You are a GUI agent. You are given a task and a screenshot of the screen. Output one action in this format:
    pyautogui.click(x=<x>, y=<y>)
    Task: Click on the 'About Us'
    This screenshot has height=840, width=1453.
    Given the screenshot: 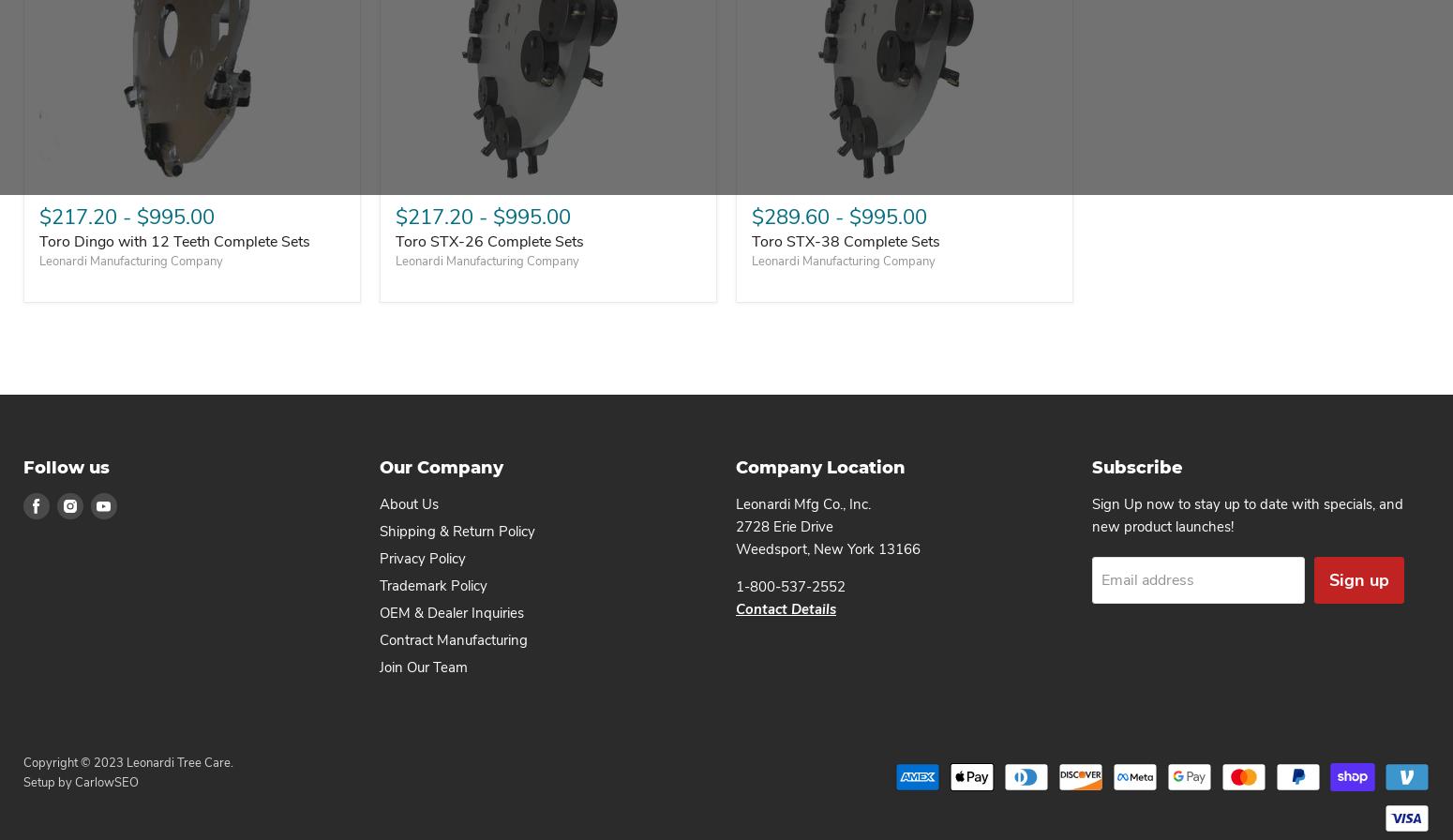 What is the action you would take?
    pyautogui.click(x=409, y=502)
    